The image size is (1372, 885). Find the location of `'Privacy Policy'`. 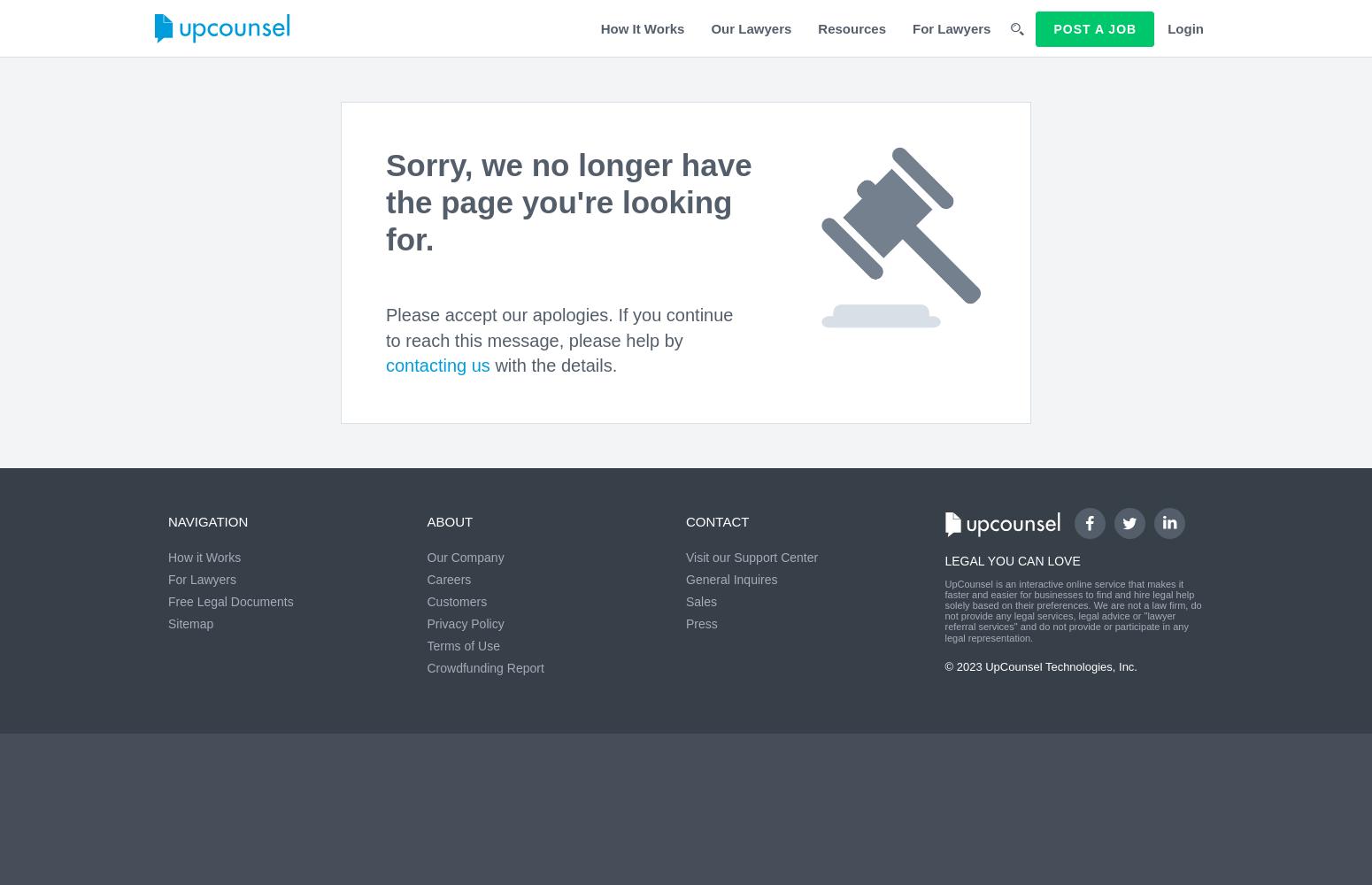

'Privacy Policy' is located at coordinates (464, 623).